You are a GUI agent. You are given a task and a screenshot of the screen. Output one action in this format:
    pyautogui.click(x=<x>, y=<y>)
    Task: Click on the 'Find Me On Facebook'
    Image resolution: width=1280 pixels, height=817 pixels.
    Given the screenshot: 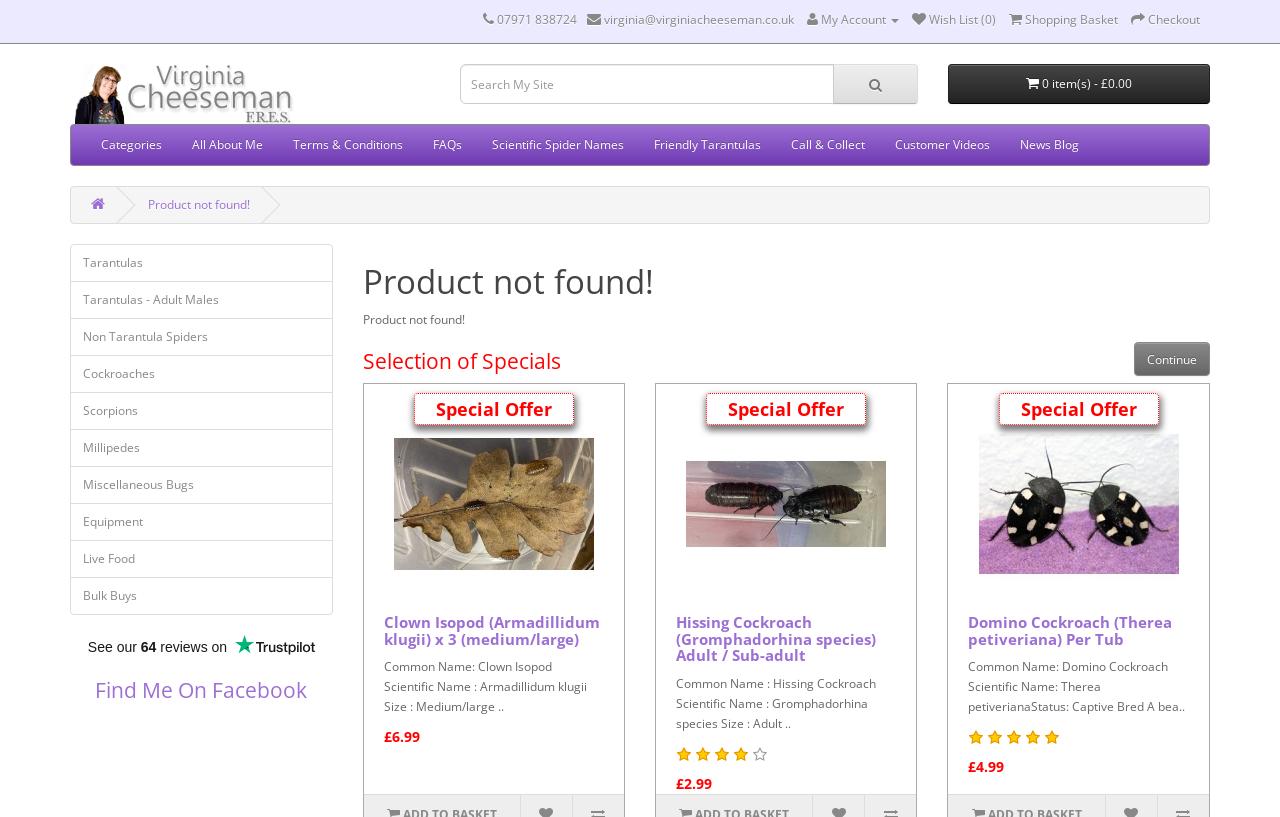 What is the action you would take?
    pyautogui.click(x=93, y=689)
    